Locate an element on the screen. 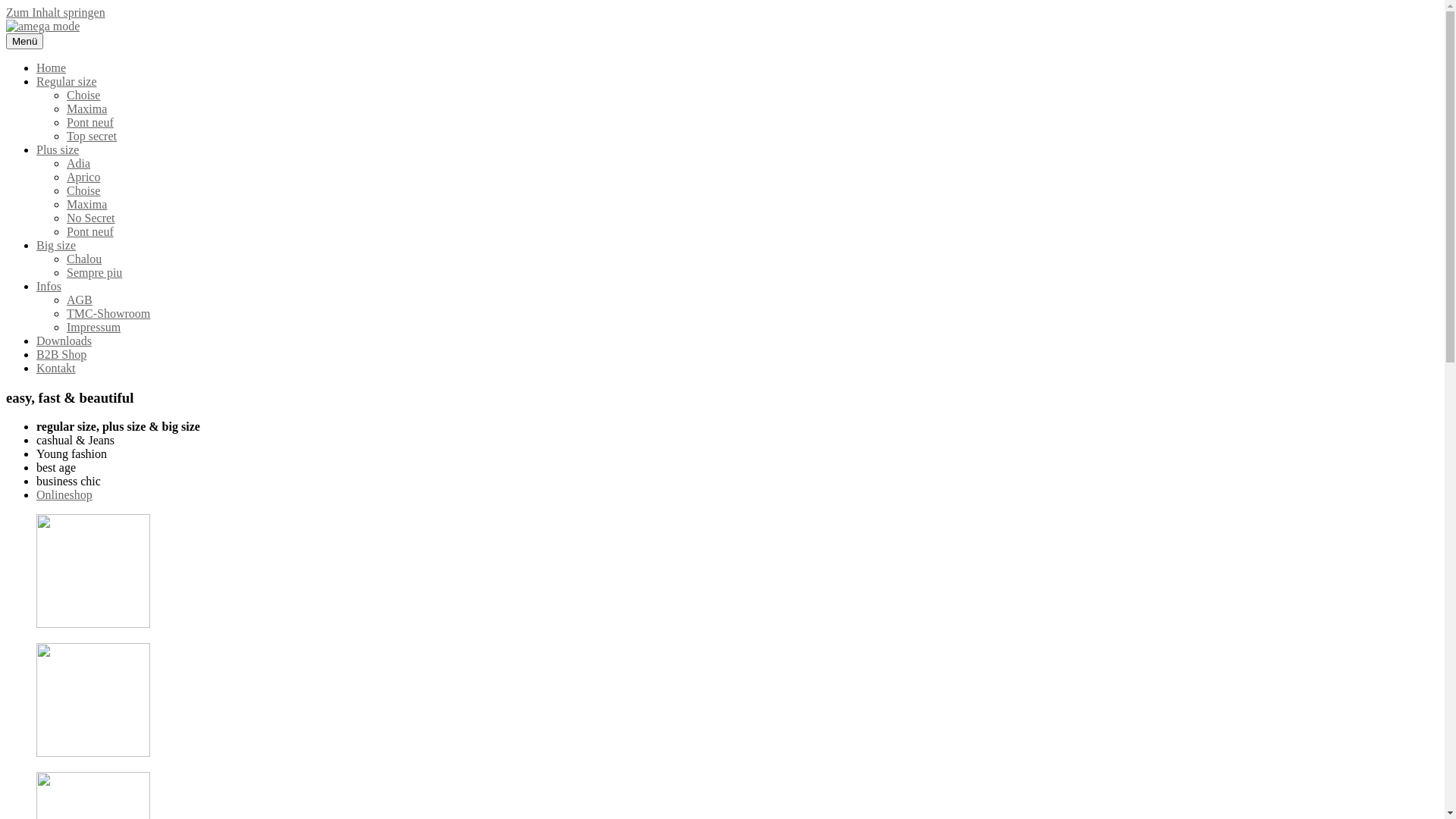 The width and height of the screenshot is (1456, 819). 'Top secret' is located at coordinates (65, 135).